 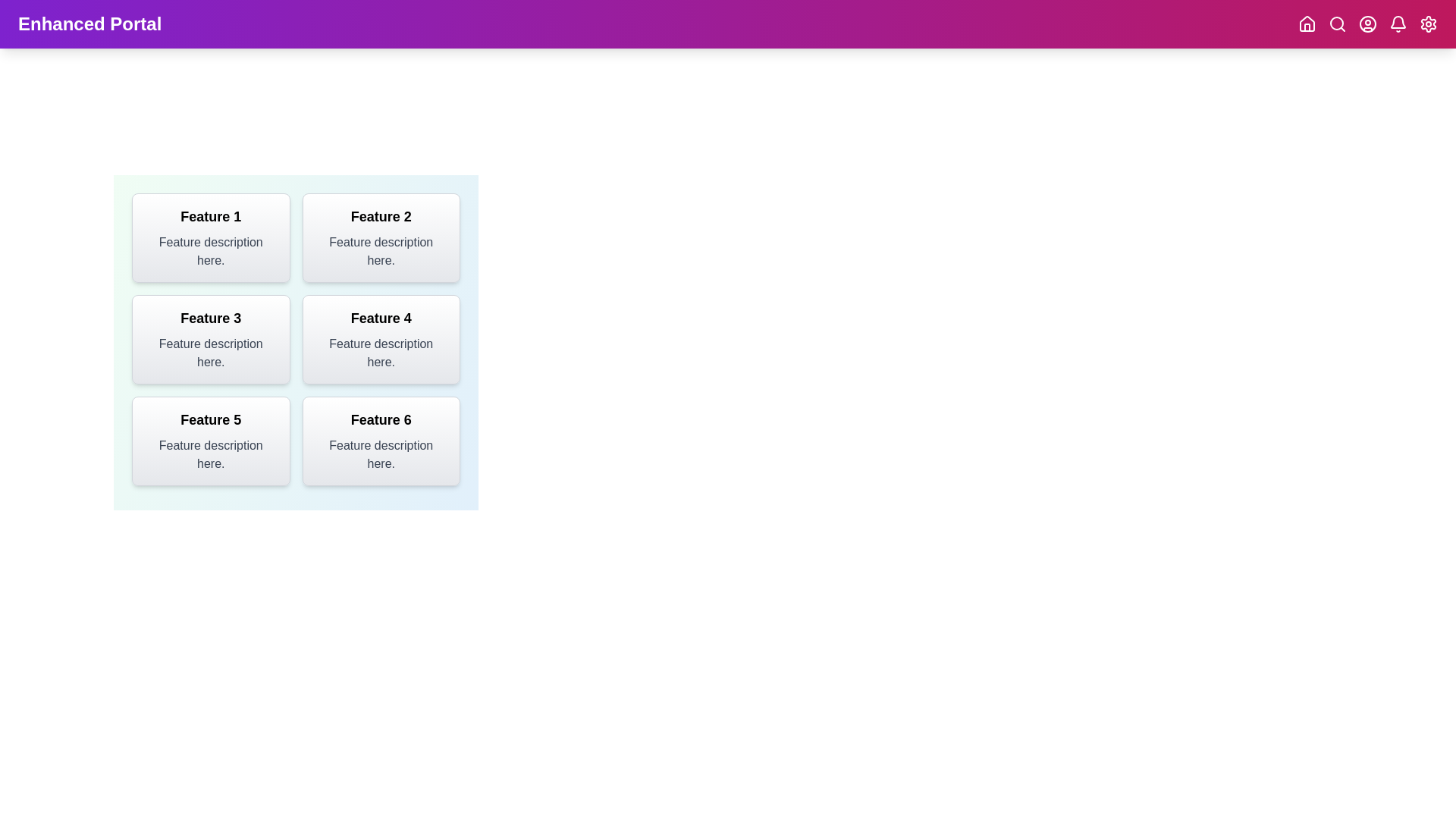 I want to click on the Profile navigation icon, so click(x=1368, y=24).